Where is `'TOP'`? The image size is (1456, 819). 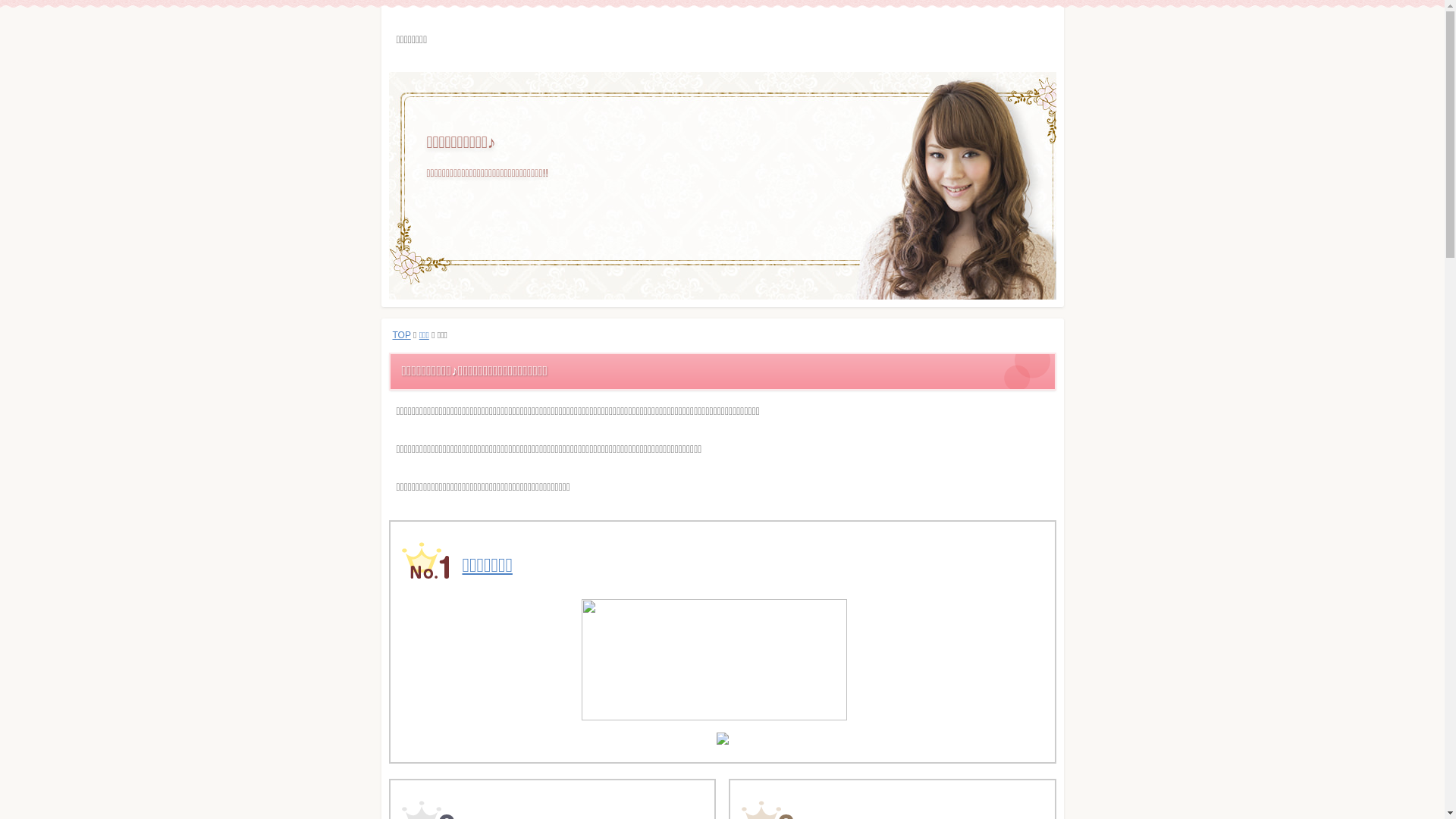 'TOP' is located at coordinates (393, 334).